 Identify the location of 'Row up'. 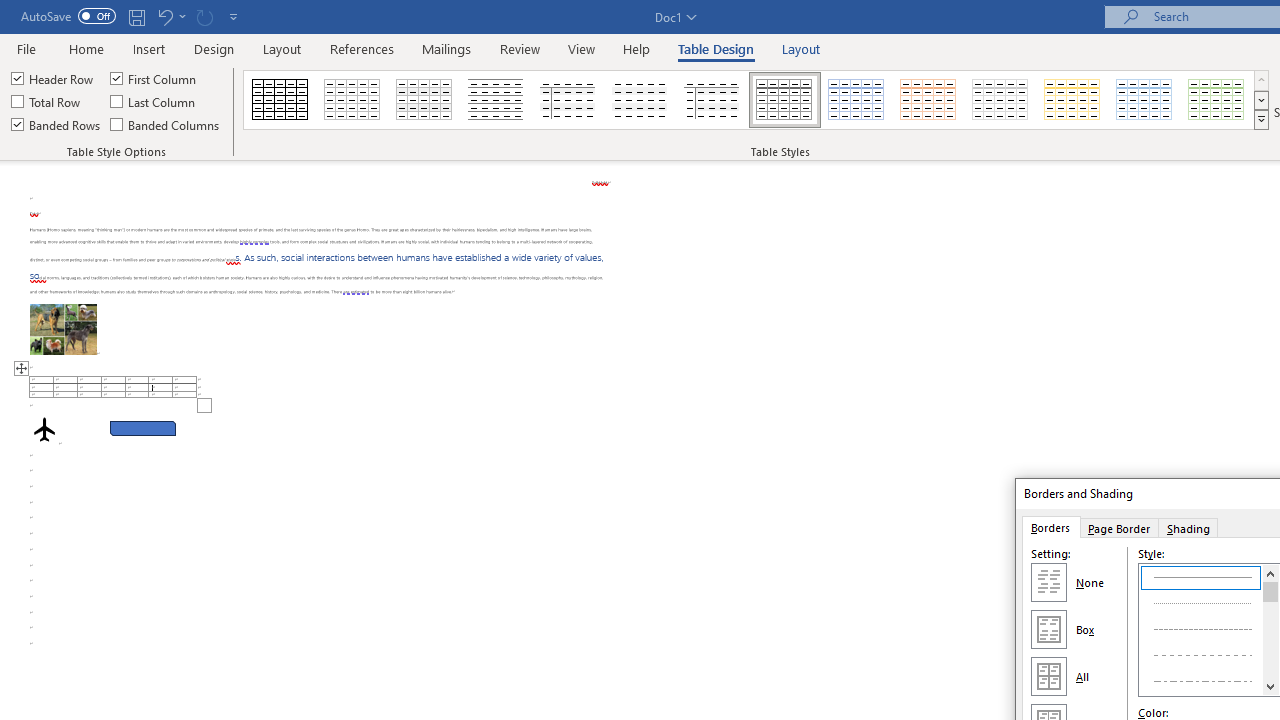
(1260, 79).